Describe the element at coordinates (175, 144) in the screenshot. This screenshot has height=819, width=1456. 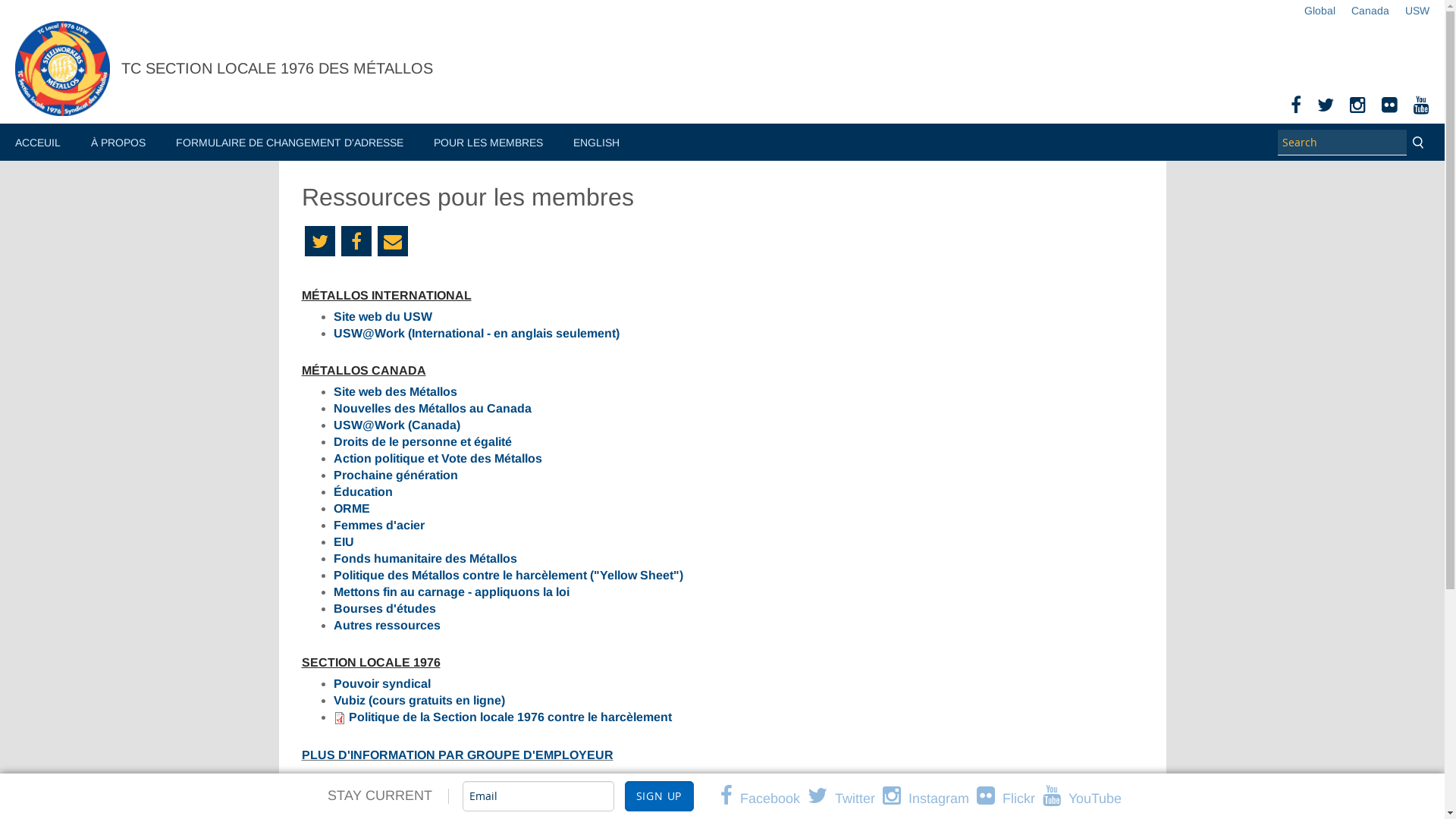
I see `'FORMULAIRE DE CHANGEMENT D'ADRESSE'` at that location.